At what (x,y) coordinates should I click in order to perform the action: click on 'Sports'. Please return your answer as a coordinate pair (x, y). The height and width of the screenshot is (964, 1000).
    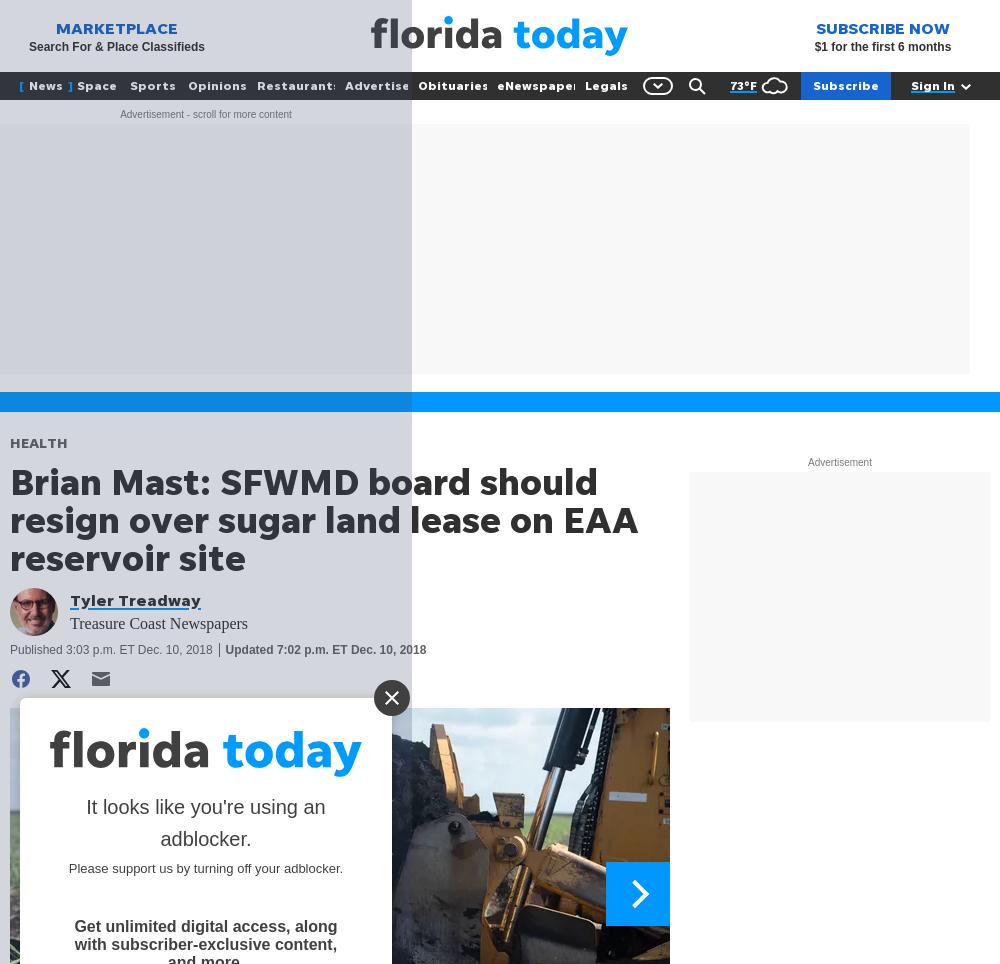
    Looking at the image, I should click on (152, 84).